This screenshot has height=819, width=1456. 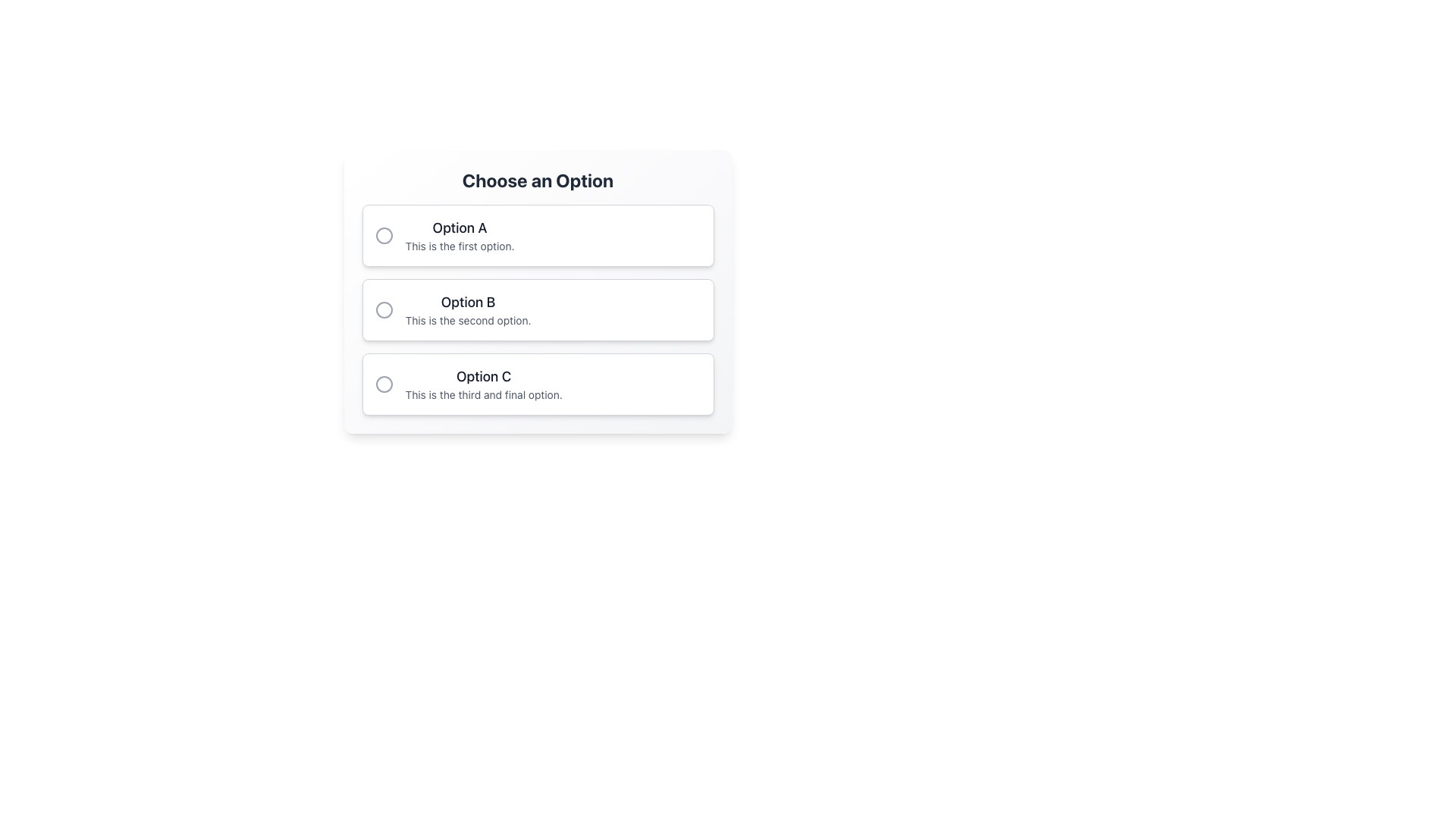 I want to click on the text label reading 'This is the second option.' which is located below the bold heading 'Option B' in the second section of the interface, so click(x=467, y=320).